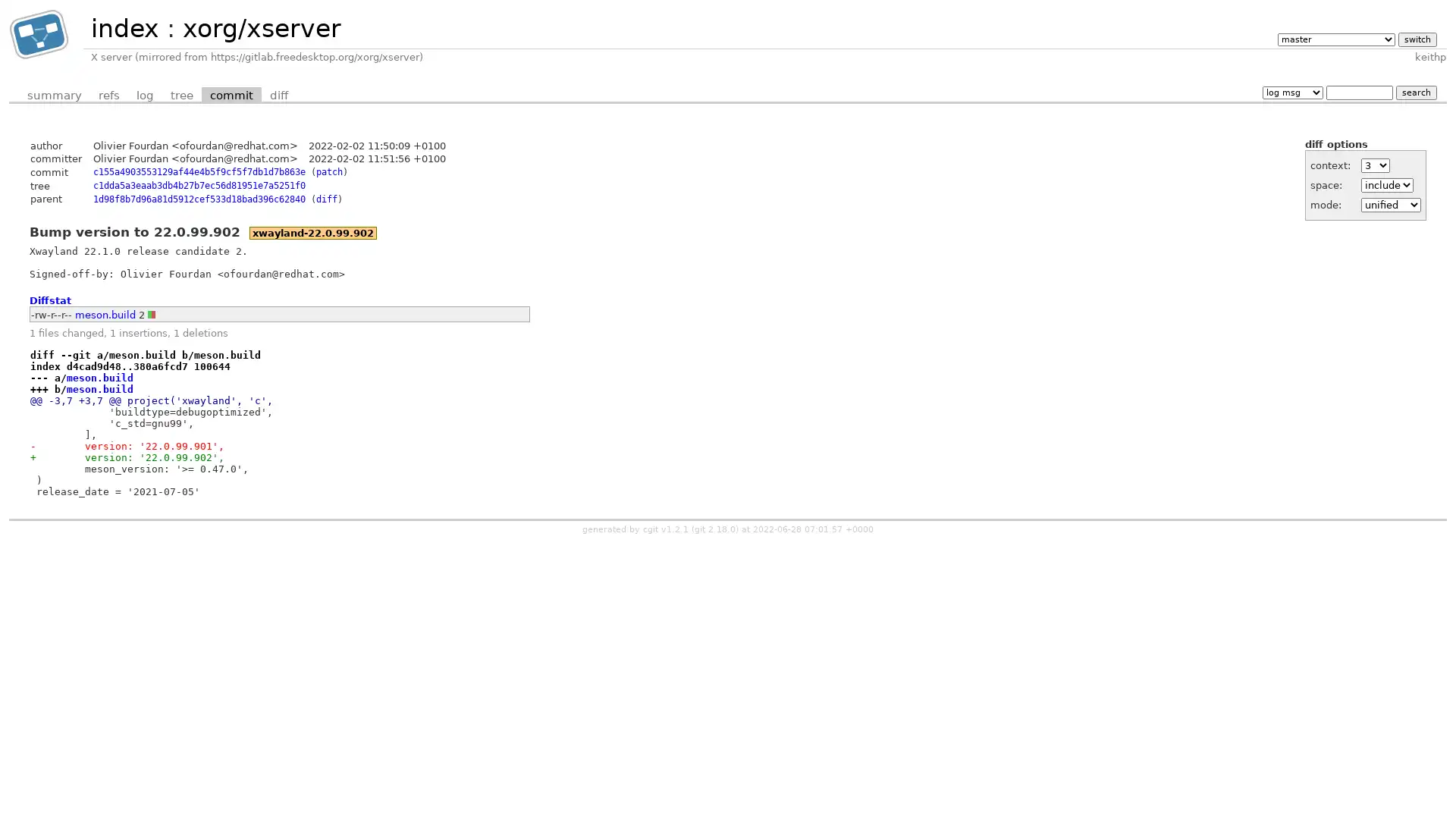 The height and width of the screenshot is (819, 1456). I want to click on switch, so click(1416, 38).